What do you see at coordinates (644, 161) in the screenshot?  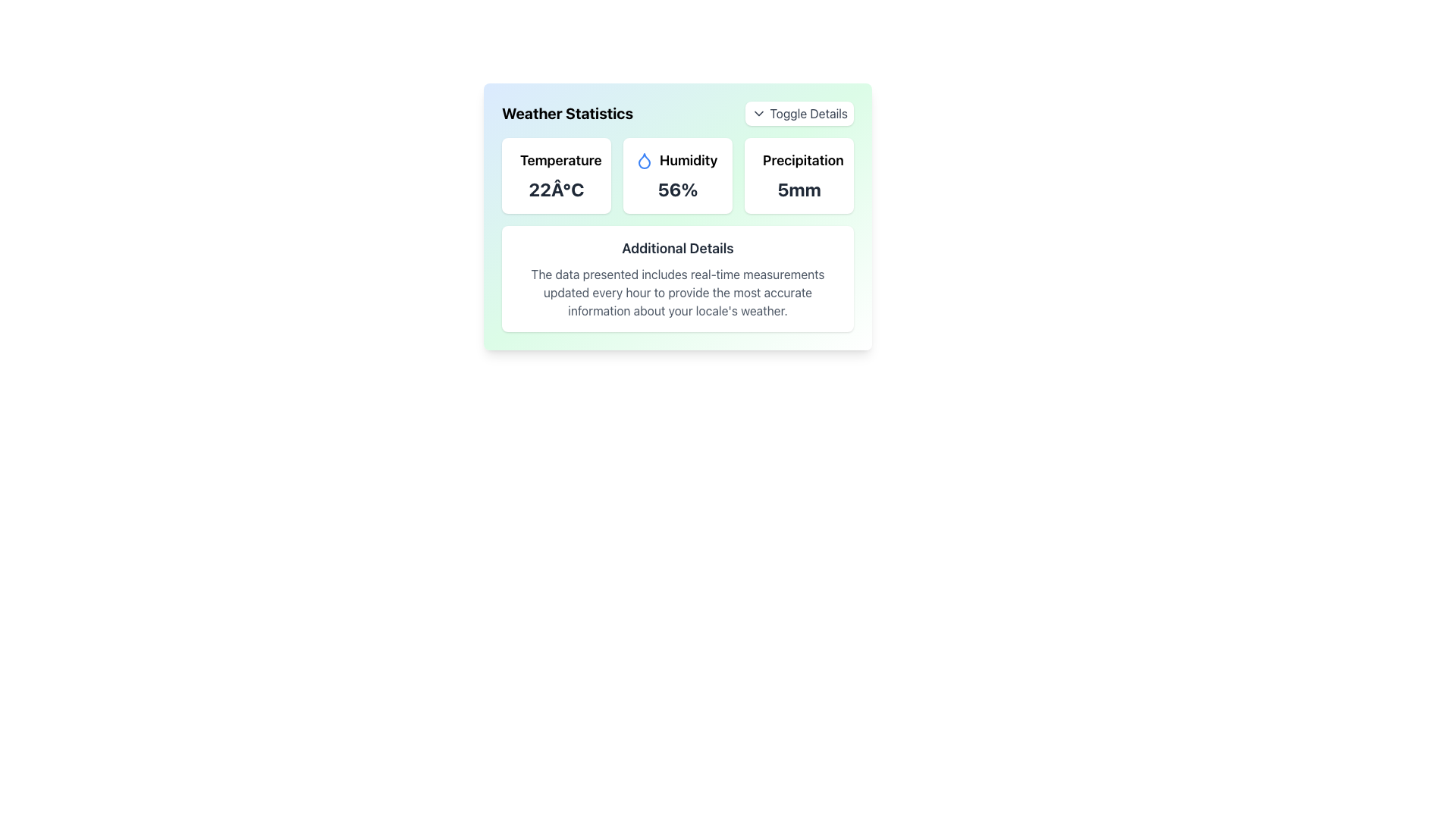 I see `the humidity icon located at the leftmost side of the 'Humidity' section, which is in the middle of the weather statistics row` at bounding box center [644, 161].